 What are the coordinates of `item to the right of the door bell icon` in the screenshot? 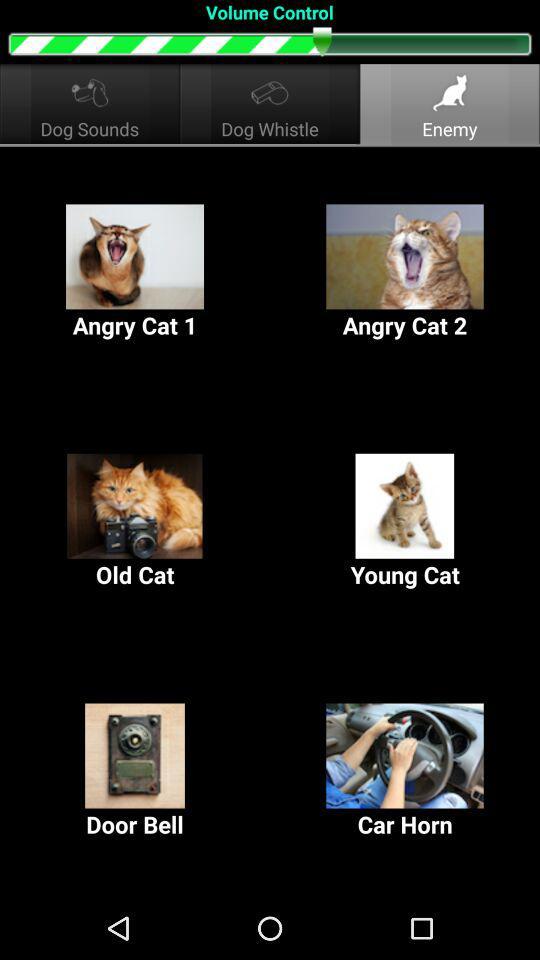 It's located at (405, 770).